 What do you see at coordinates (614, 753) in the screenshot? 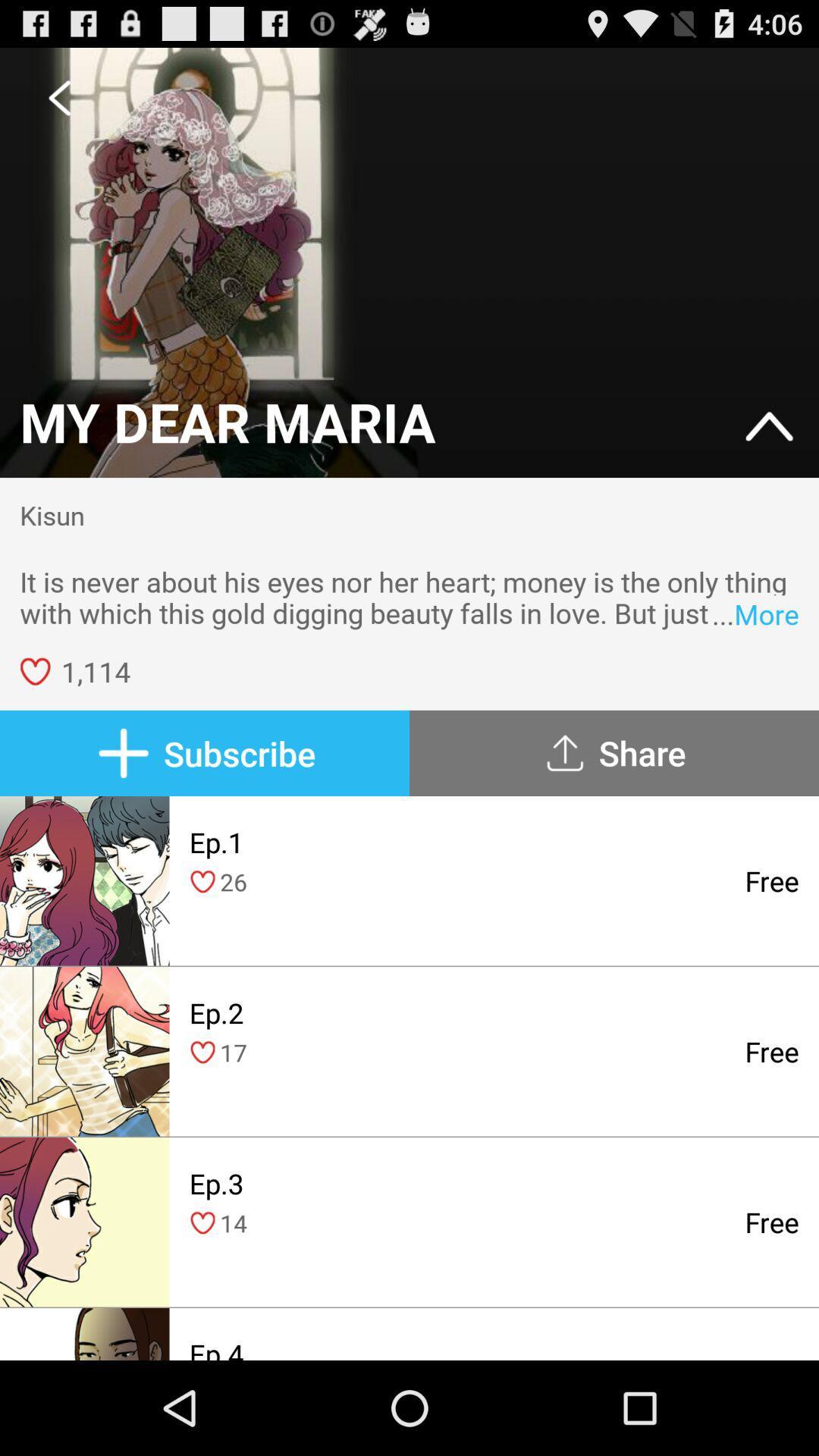
I see `icon below it is never item` at bounding box center [614, 753].